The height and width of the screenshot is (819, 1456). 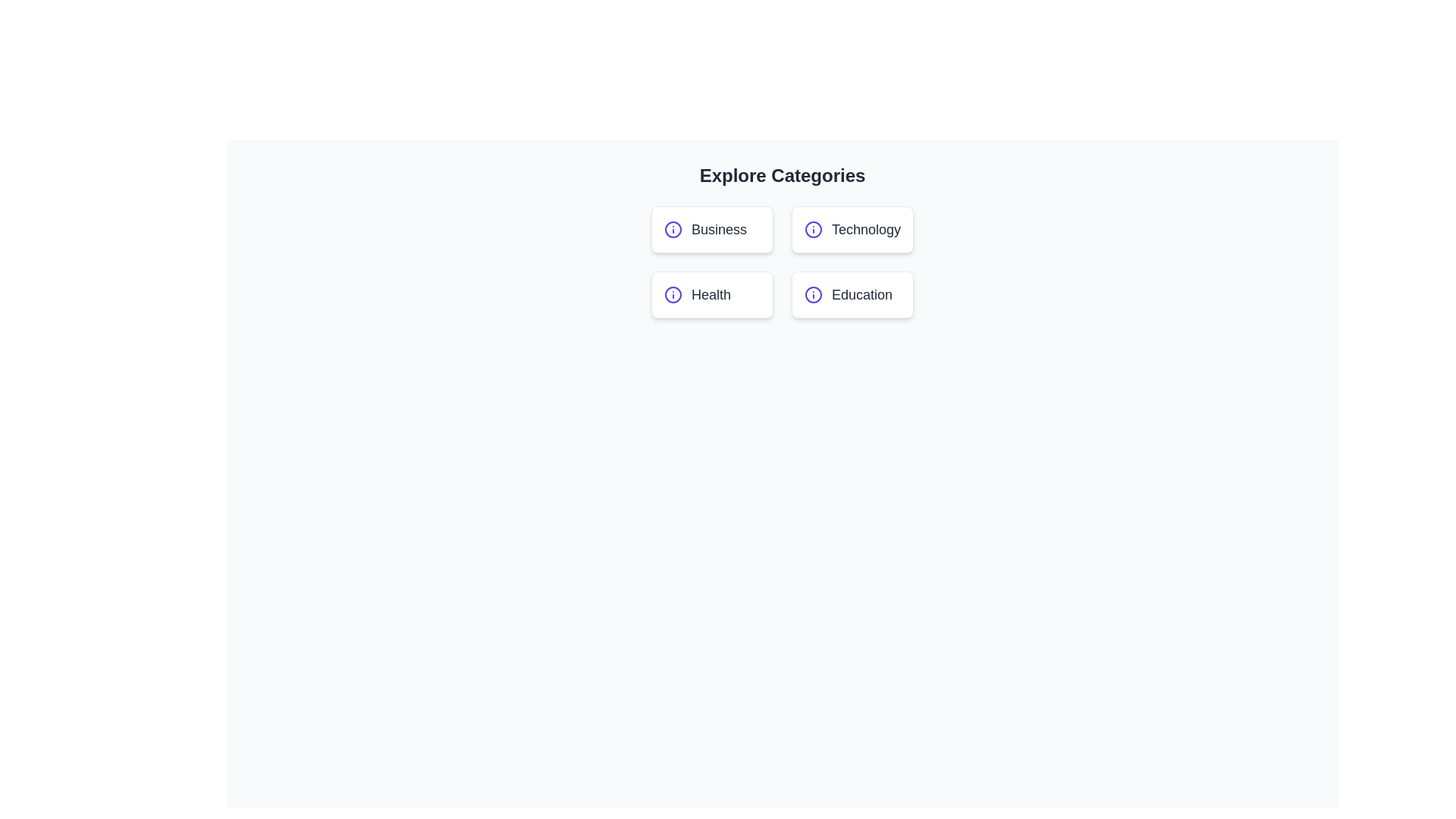 What do you see at coordinates (813, 230) in the screenshot?
I see `the 'Technology' category icon in the 'Explore Categories' section grid, located on the right of the second row from the top` at bounding box center [813, 230].